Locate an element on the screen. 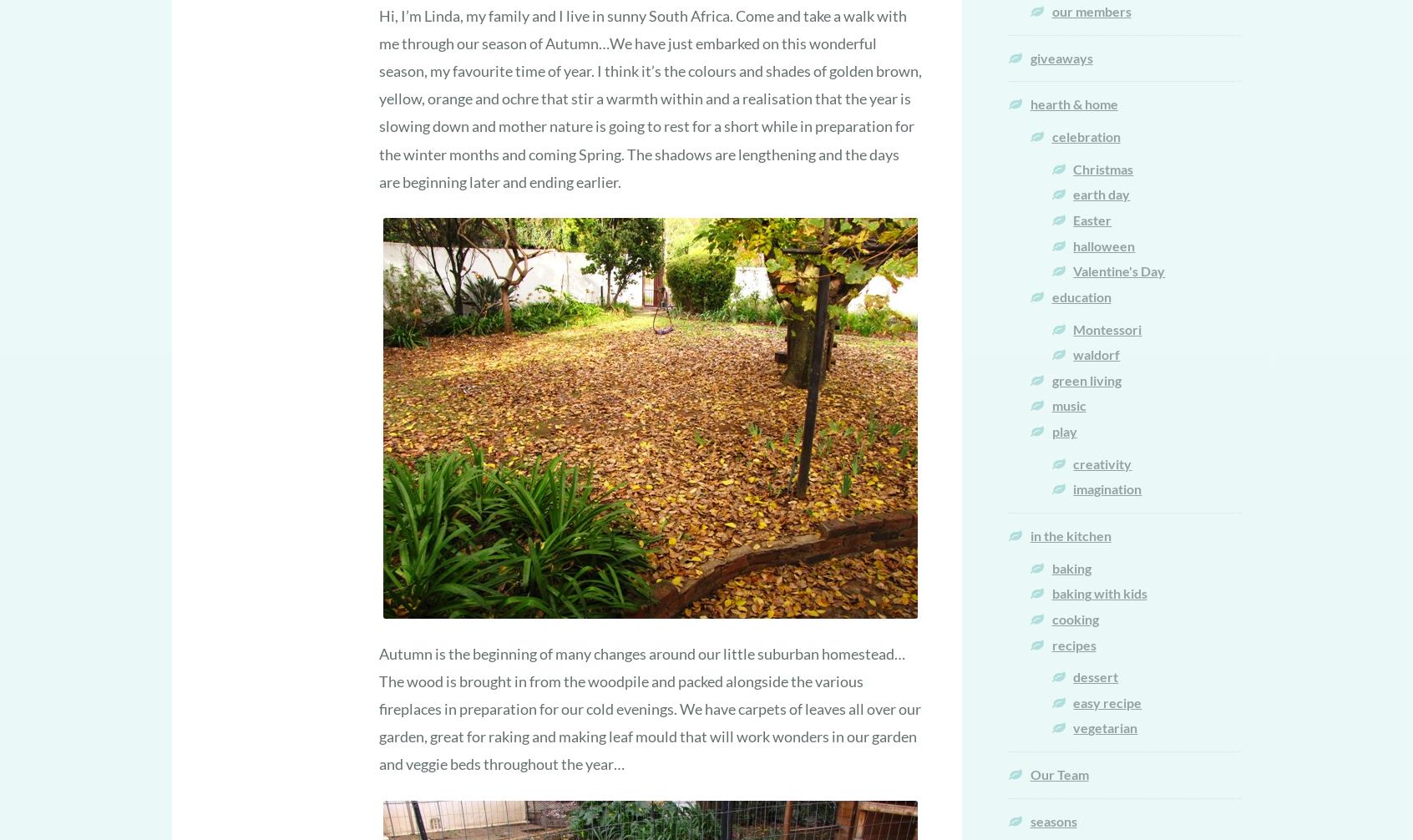 The image size is (1413, 840). 'recipes' is located at coordinates (1072, 643).